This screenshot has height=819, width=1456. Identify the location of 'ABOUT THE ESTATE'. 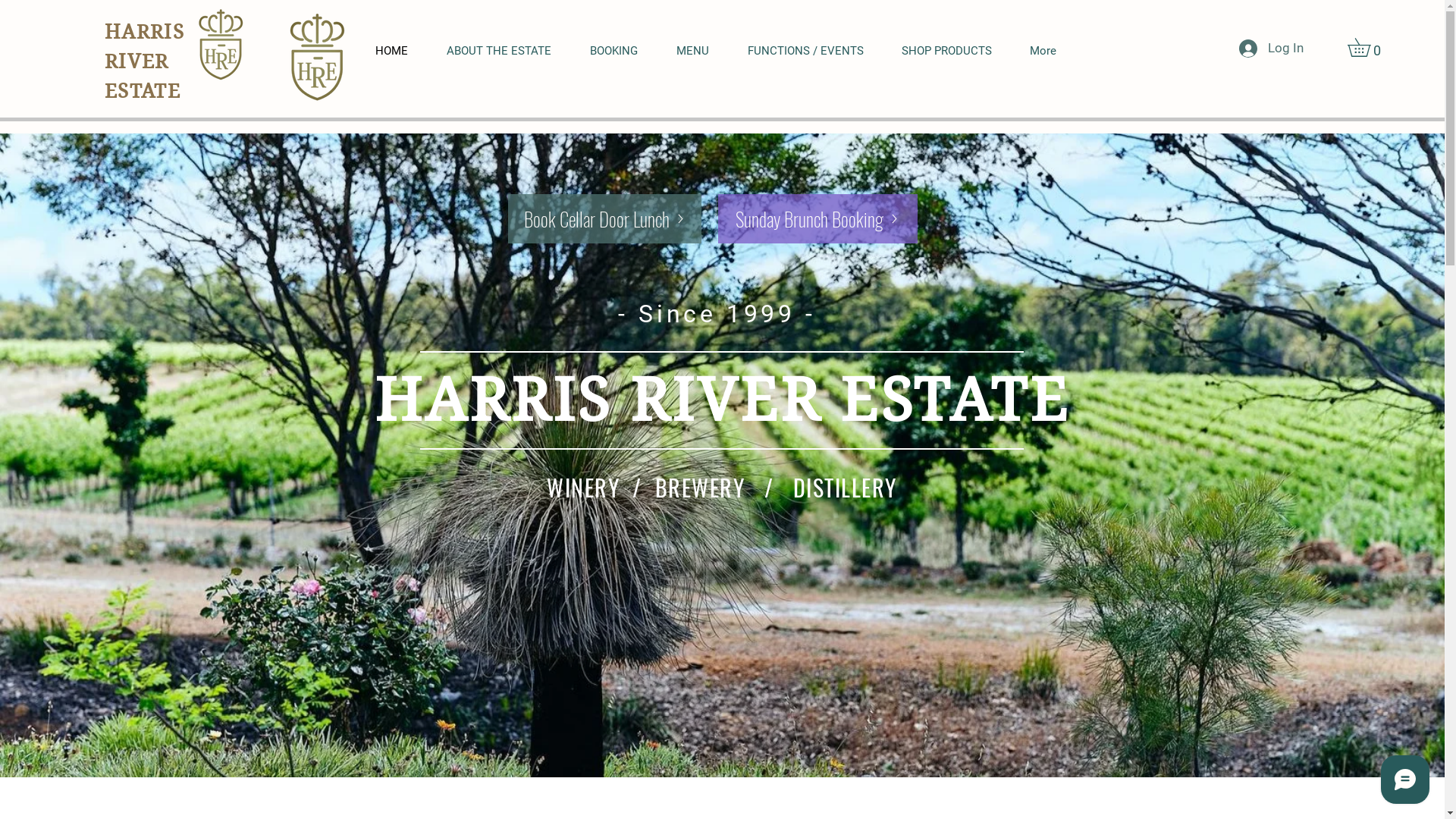
(507, 50).